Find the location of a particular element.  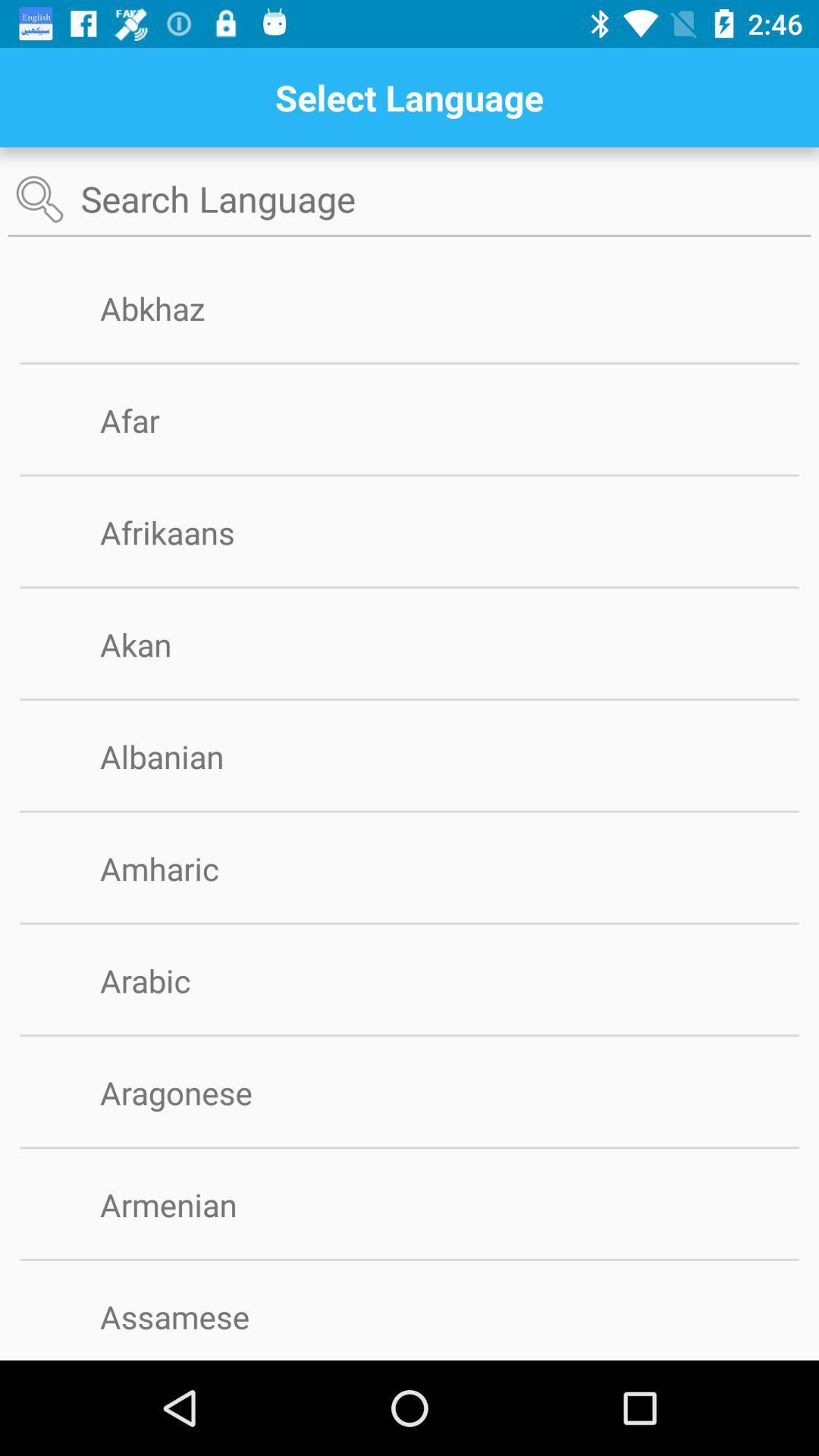

button search is located at coordinates (409, 199).